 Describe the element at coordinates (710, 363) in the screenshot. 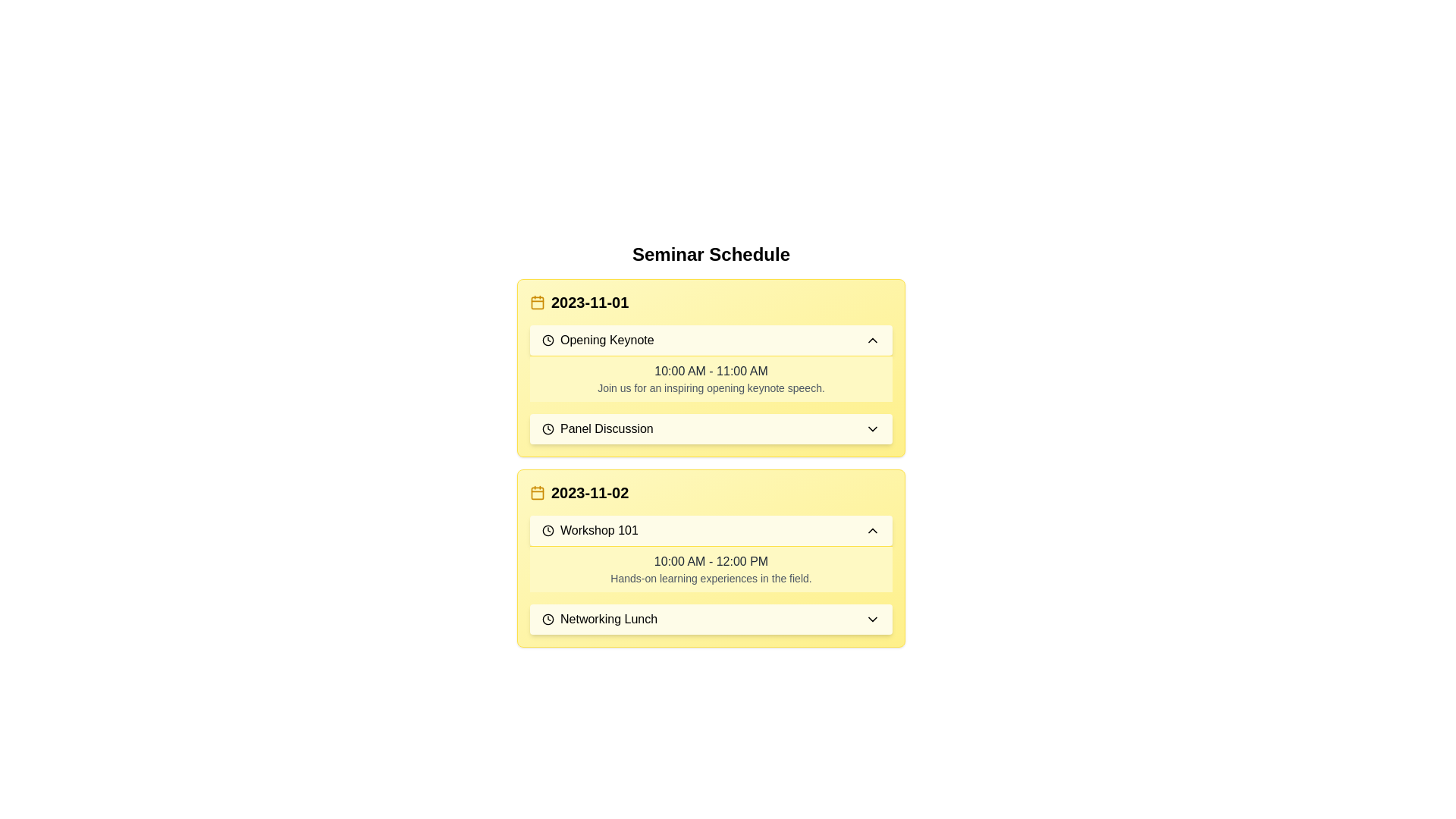

I see `the Information display section located under the date '2023-11-01', directly below the 'Opening Keynote' header` at that location.